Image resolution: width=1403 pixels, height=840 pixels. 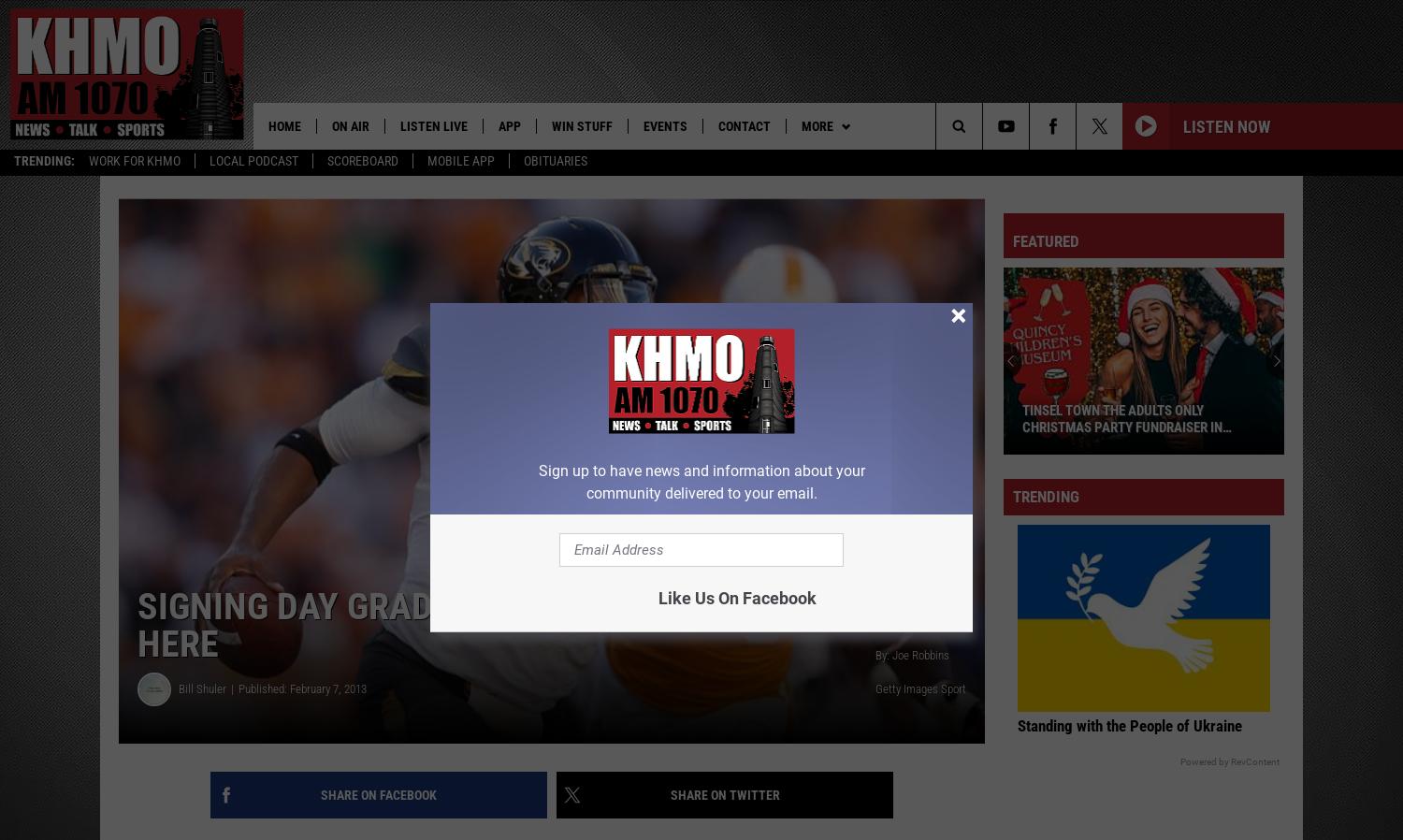 What do you see at coordinates (528, 628) in the screenshot?
I see `'Signing Day Grades Don’t Carry Much Weight Here'` at bounding box center [528, 628].